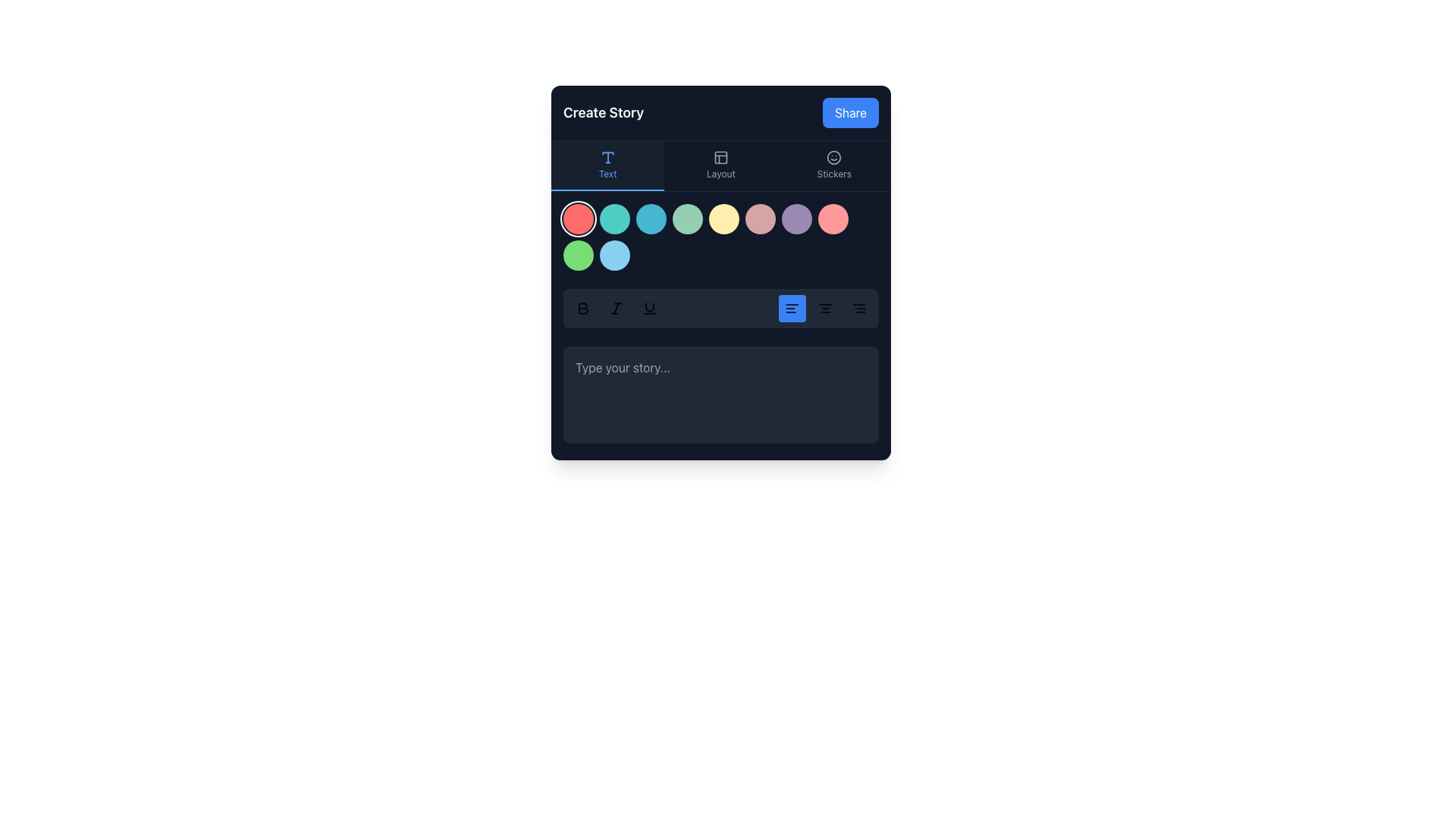 This screenshot has width=1456, height=819. I want to click on the right-aligned lines button in the text editor section of the 'Create Story' interface, so click(858, 308).